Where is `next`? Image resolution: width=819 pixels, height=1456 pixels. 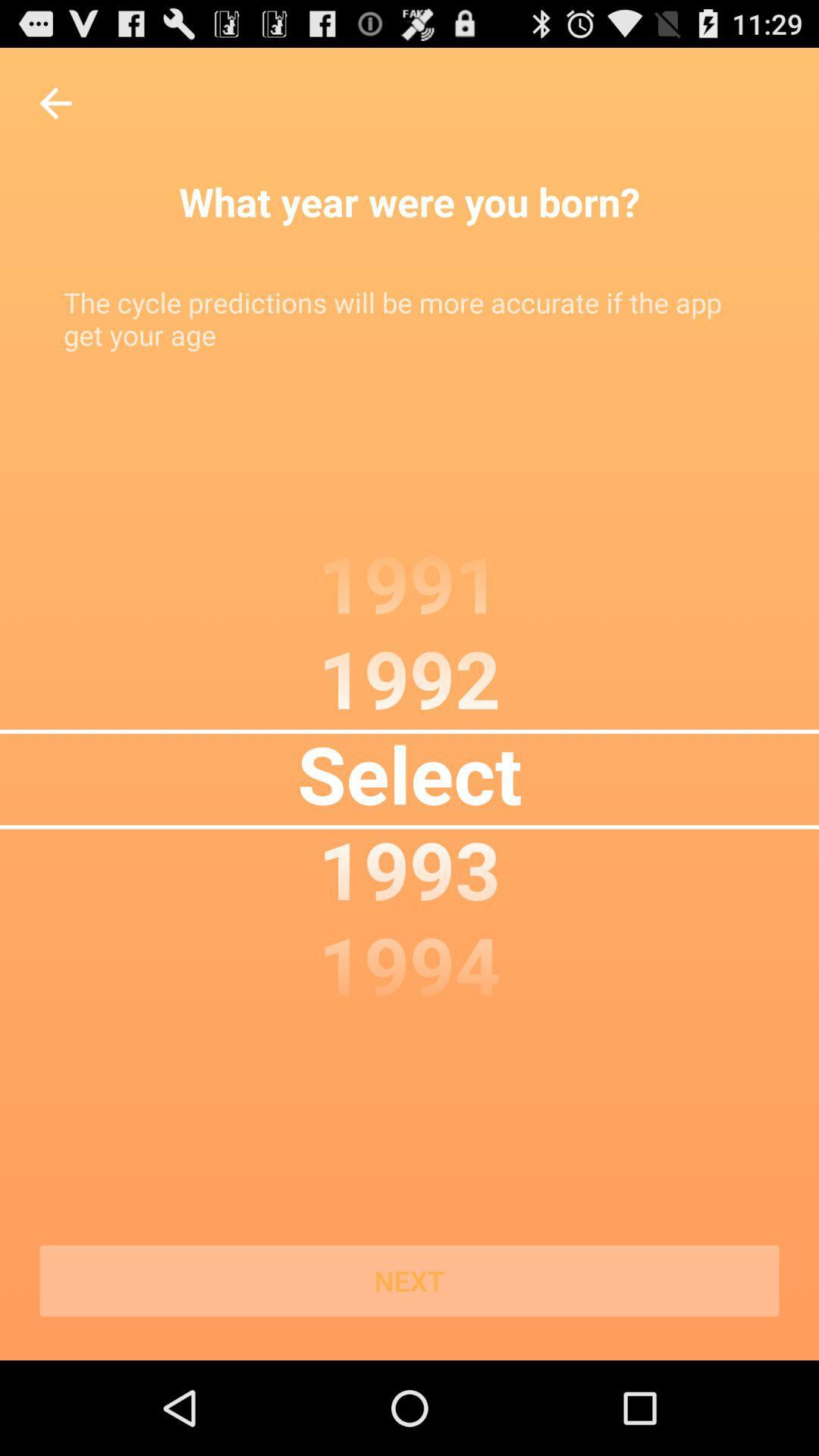
next is located at coordinates (409, 1280).